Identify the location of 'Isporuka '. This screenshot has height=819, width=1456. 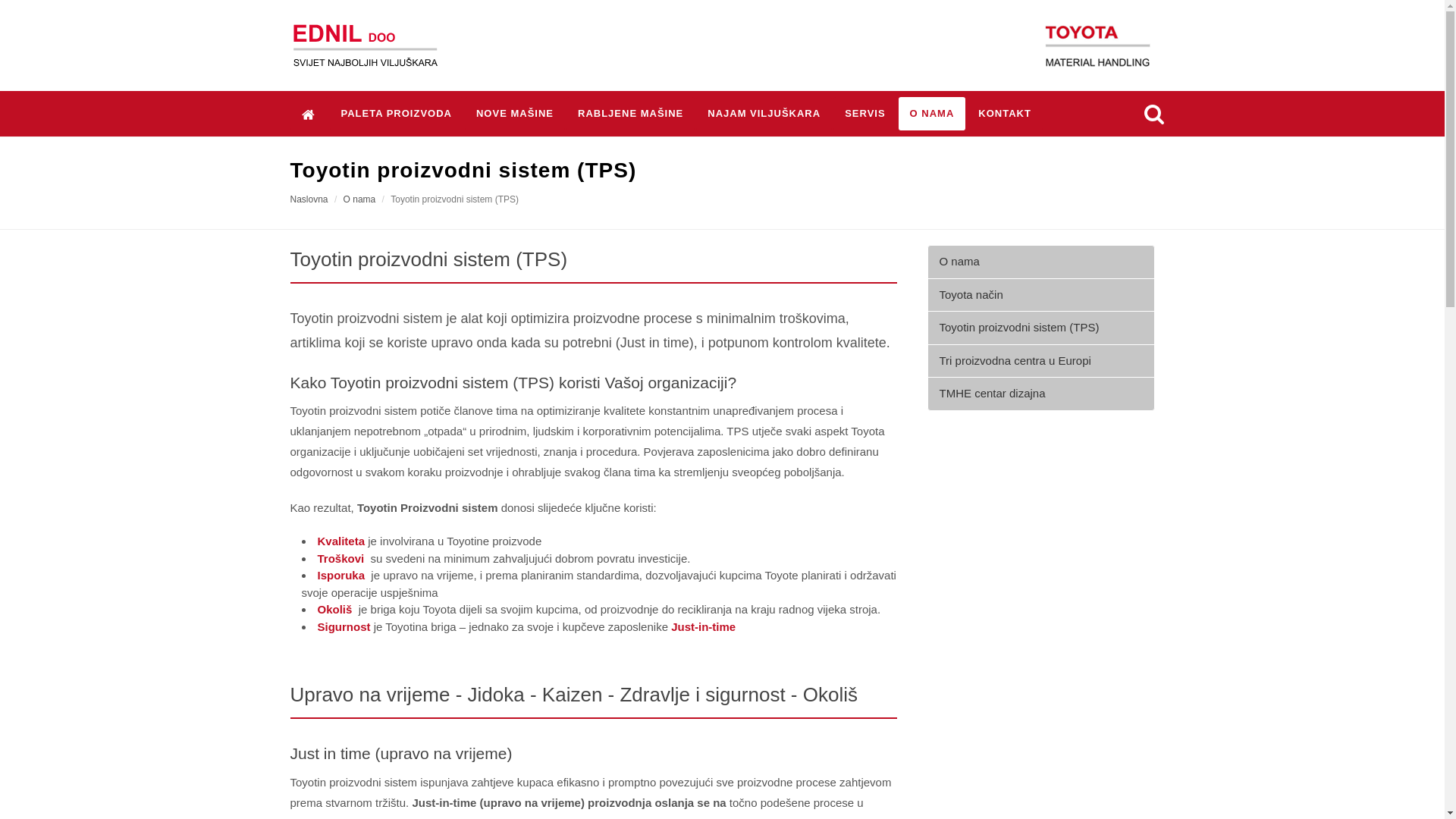
(341, 575).